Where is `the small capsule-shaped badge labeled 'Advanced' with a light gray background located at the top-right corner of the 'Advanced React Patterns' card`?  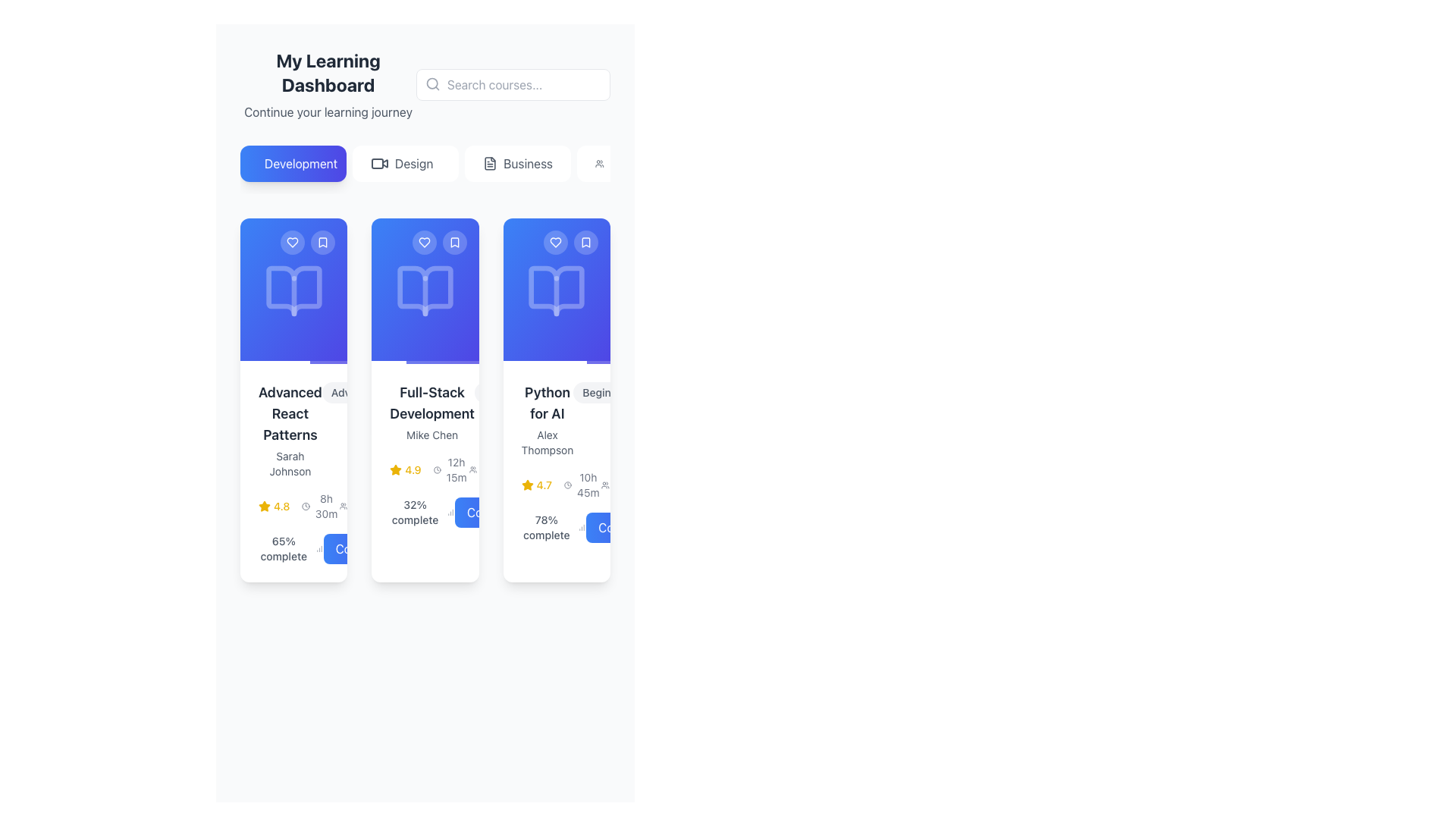 the small capsule-shaped badge labeled 'Advanced' with a light gray background located at the top-right corner of the 'Advanced React Patterns' card is located at coordinates (355, 391).